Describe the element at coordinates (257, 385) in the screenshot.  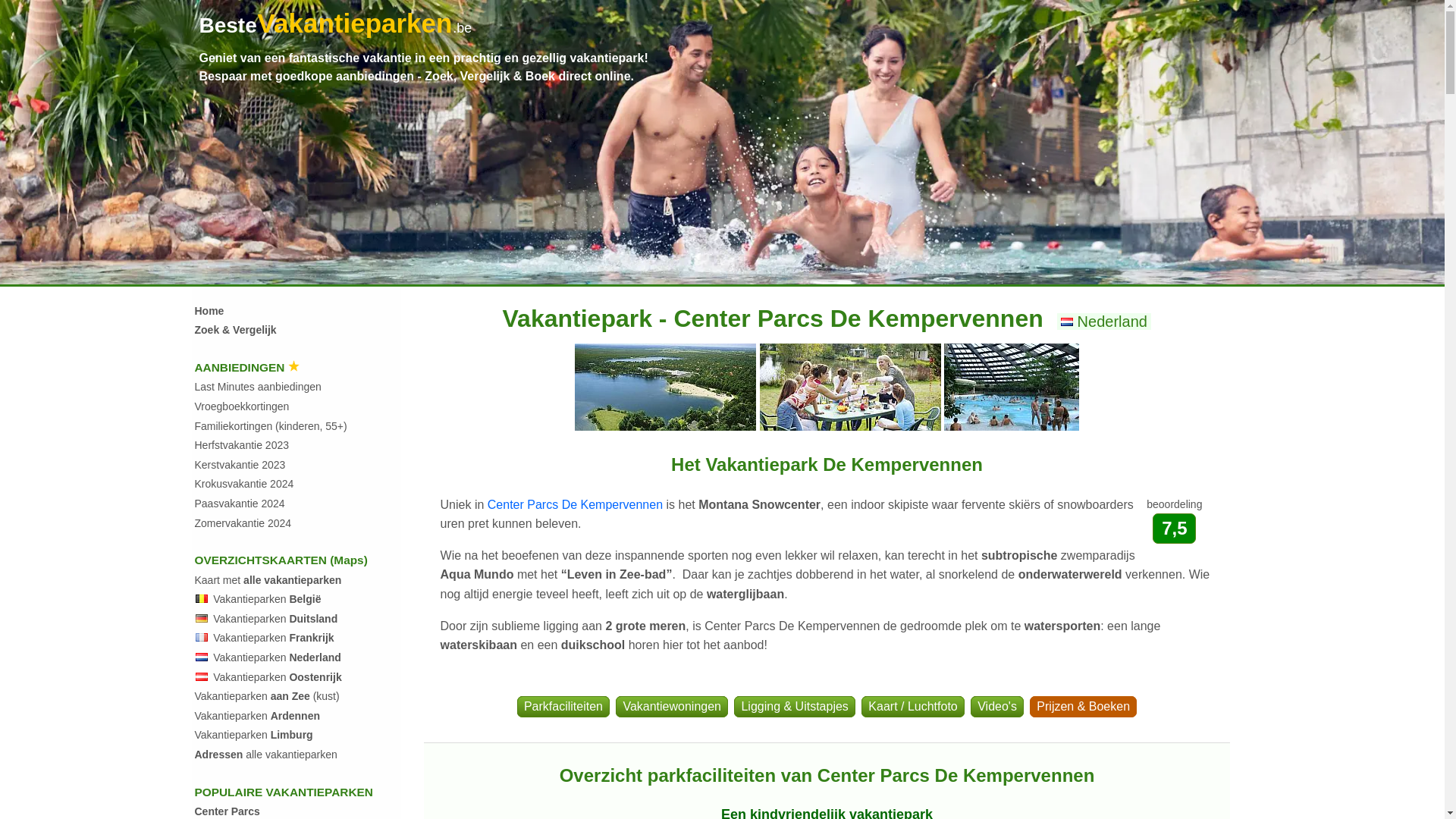
I see `'Last Minutes aanbiedingen'` at that location.